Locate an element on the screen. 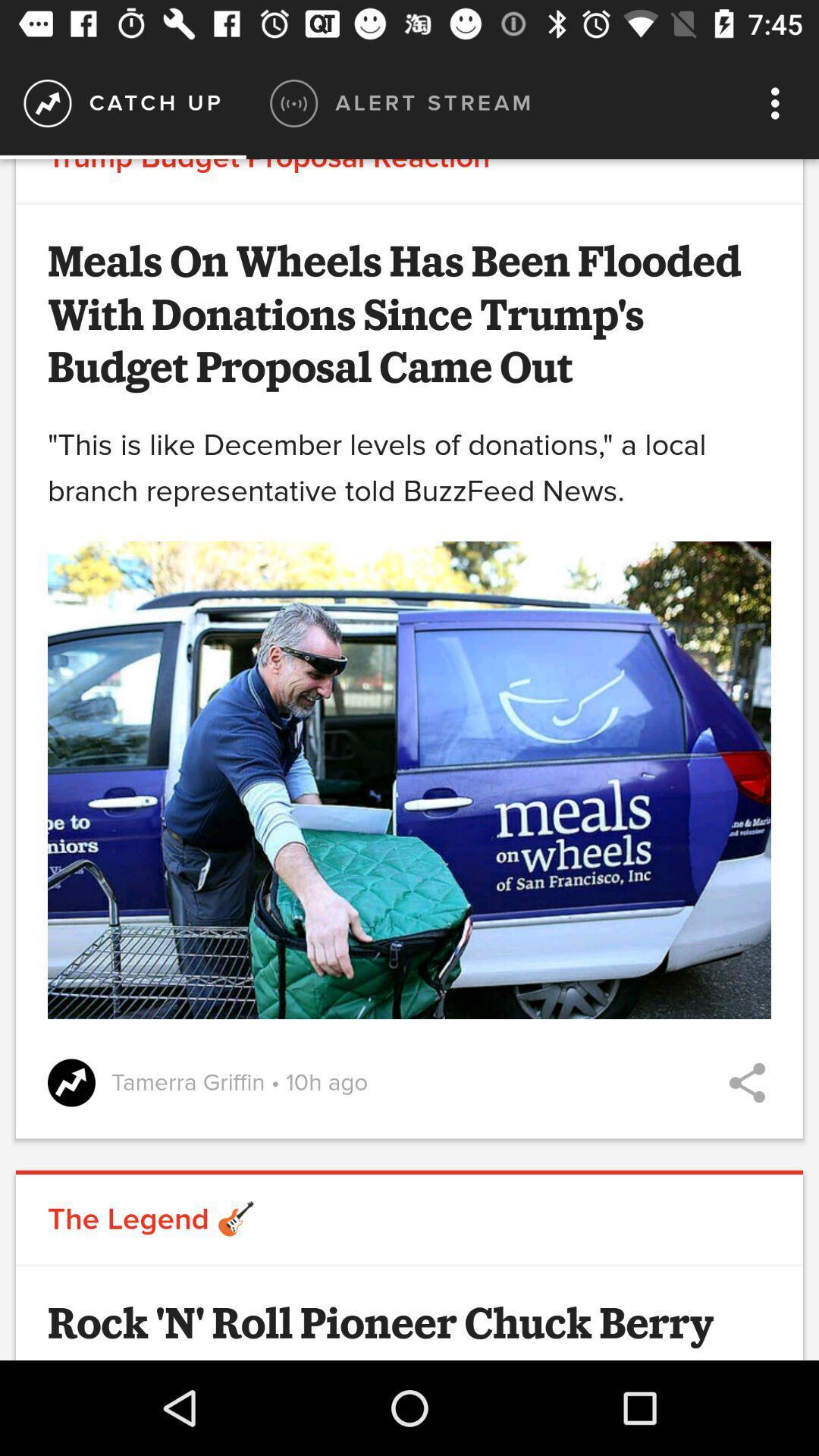 The height and width of the screenshot is (1456, 819). item next to the tamerra griffin 10h icon is located at coordinates (746, 1082).